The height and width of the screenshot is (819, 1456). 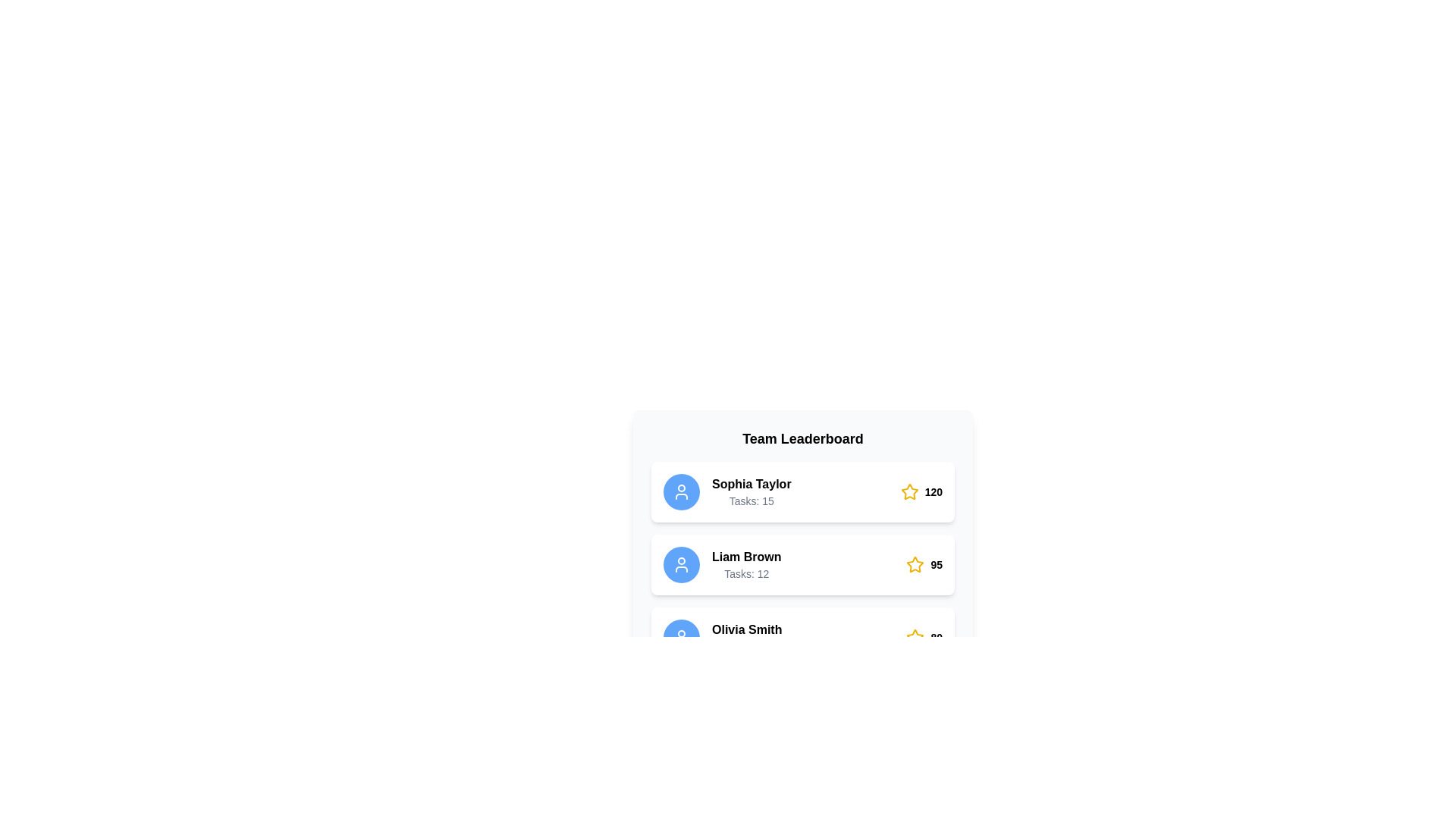 I want to click on the user icon represented as a circular outline of a head and shoulders, styled in white on a blue background, located to the left of 'Olivia Smith' and above 'Tasks' in the leaderboard, so click(x=680, y=637).